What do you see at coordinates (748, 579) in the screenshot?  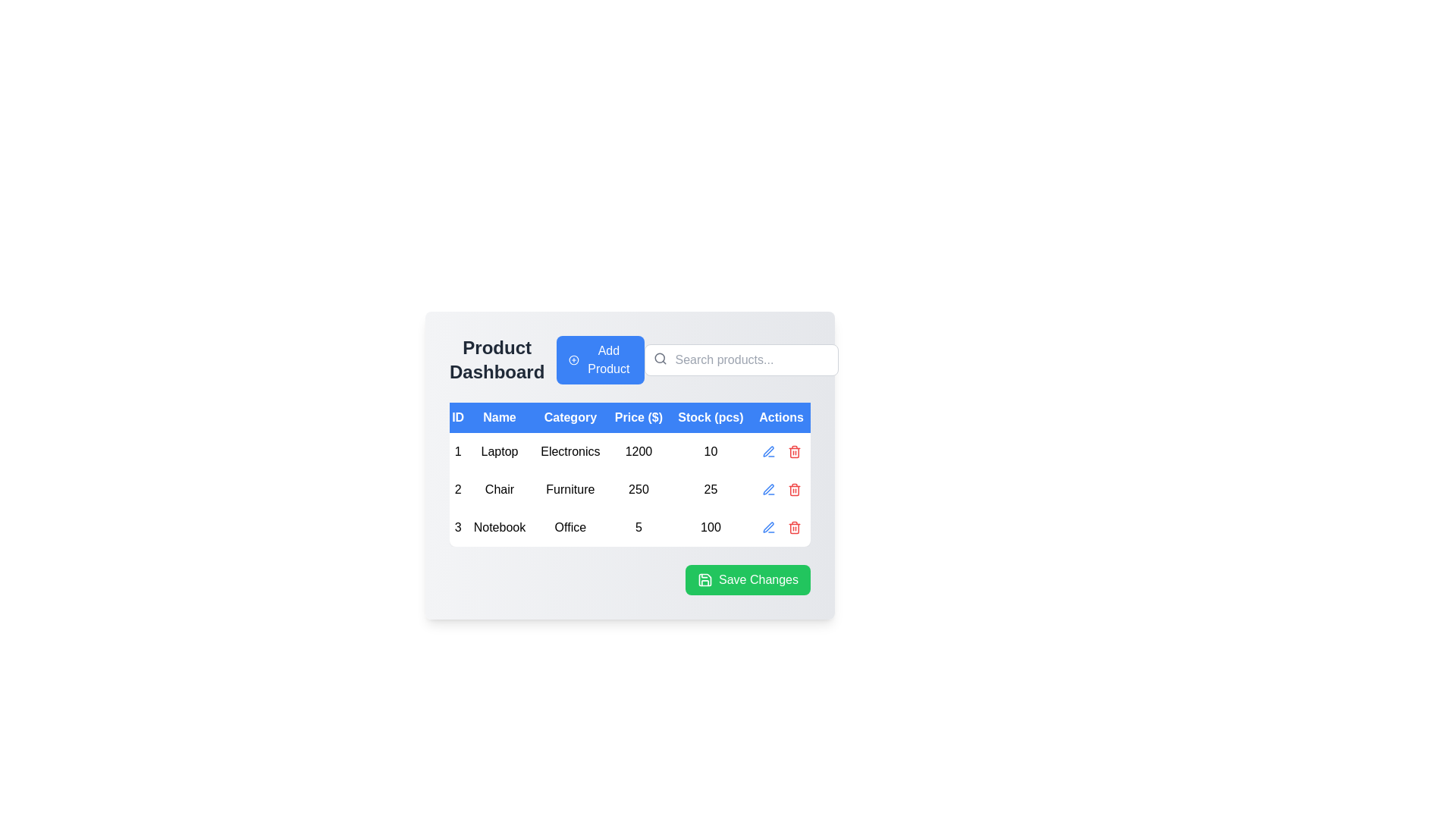 I see `the rectangular 'Save Changes' button with a green background and white text` at bounding box center [748, 579].